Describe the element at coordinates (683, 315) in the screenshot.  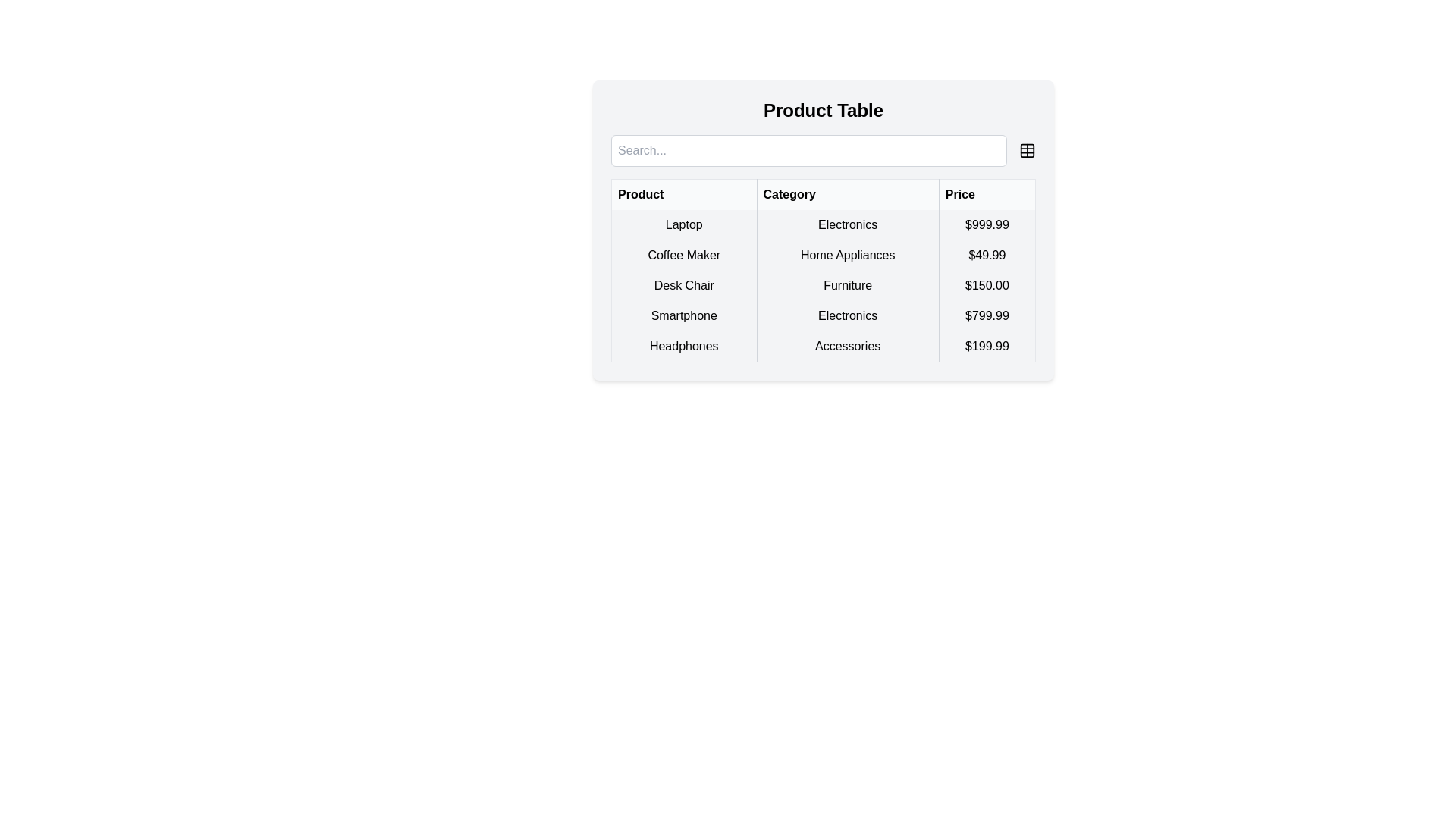
I see `the 'Smartphone' text label in the 'Product' column of the table, located in the fourth row` at that location.